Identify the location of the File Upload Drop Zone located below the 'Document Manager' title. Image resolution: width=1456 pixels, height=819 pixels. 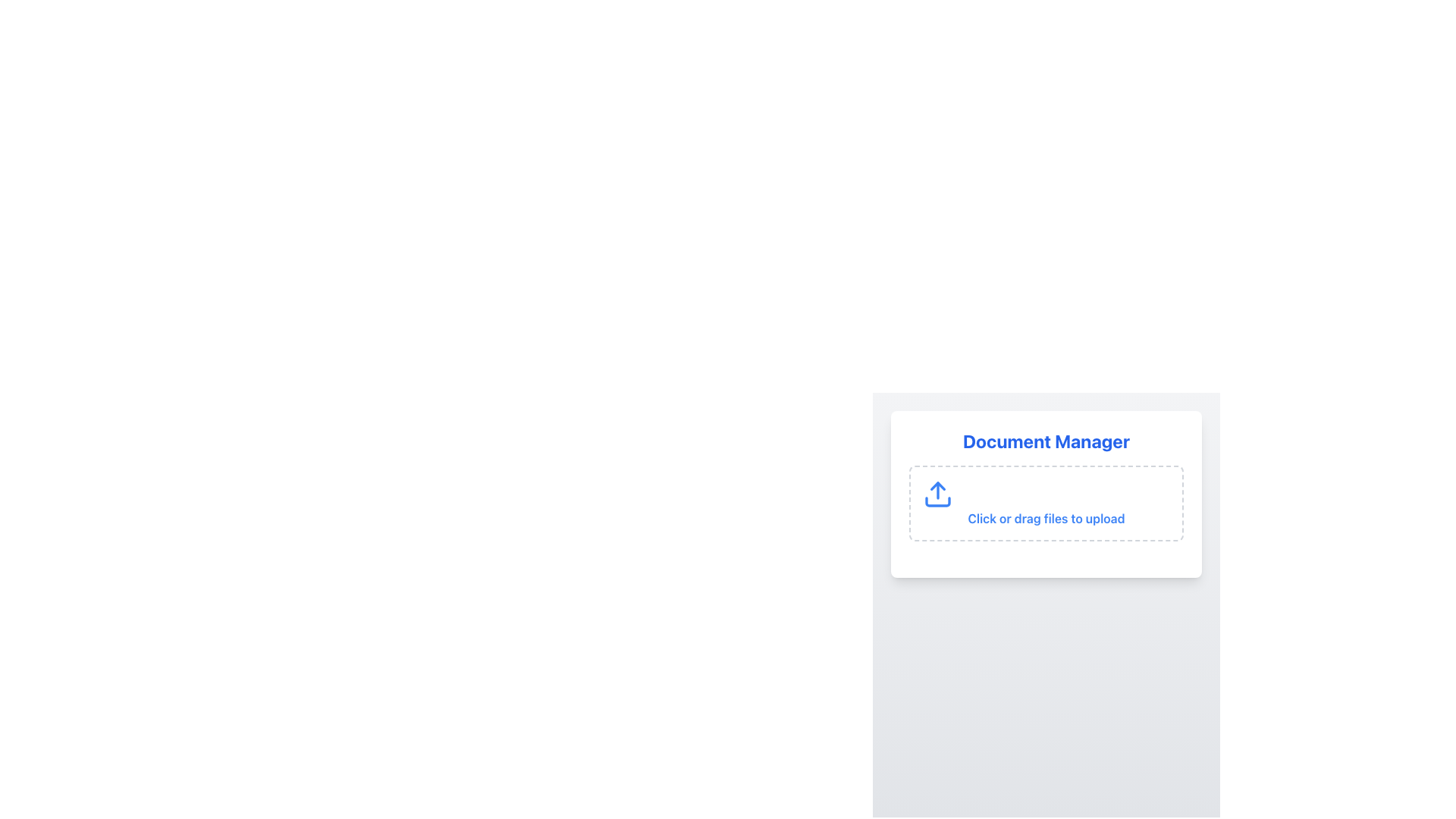
(1046, 494).